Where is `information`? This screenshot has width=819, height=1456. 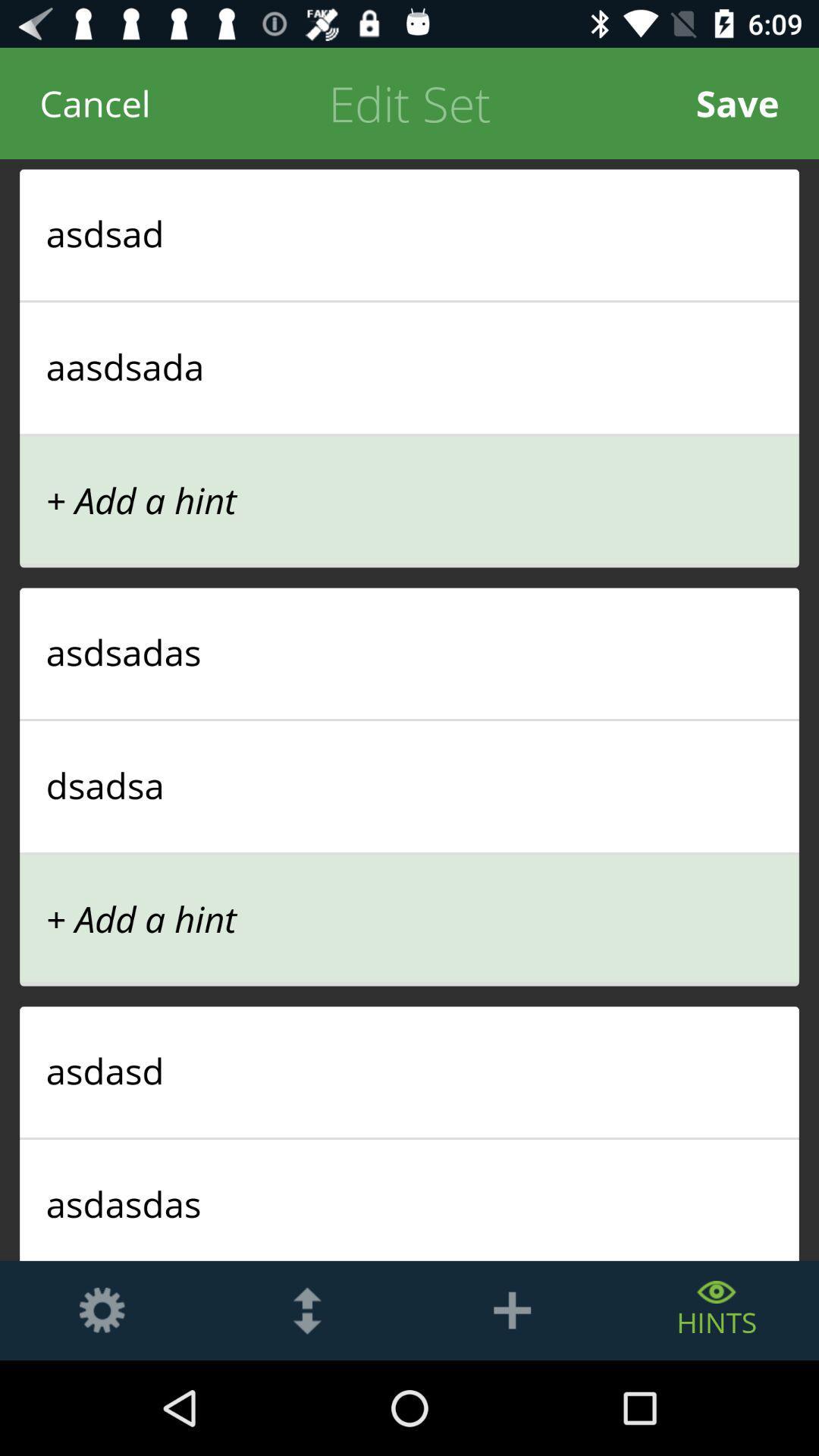 information is located at coordinates (512, 1310).